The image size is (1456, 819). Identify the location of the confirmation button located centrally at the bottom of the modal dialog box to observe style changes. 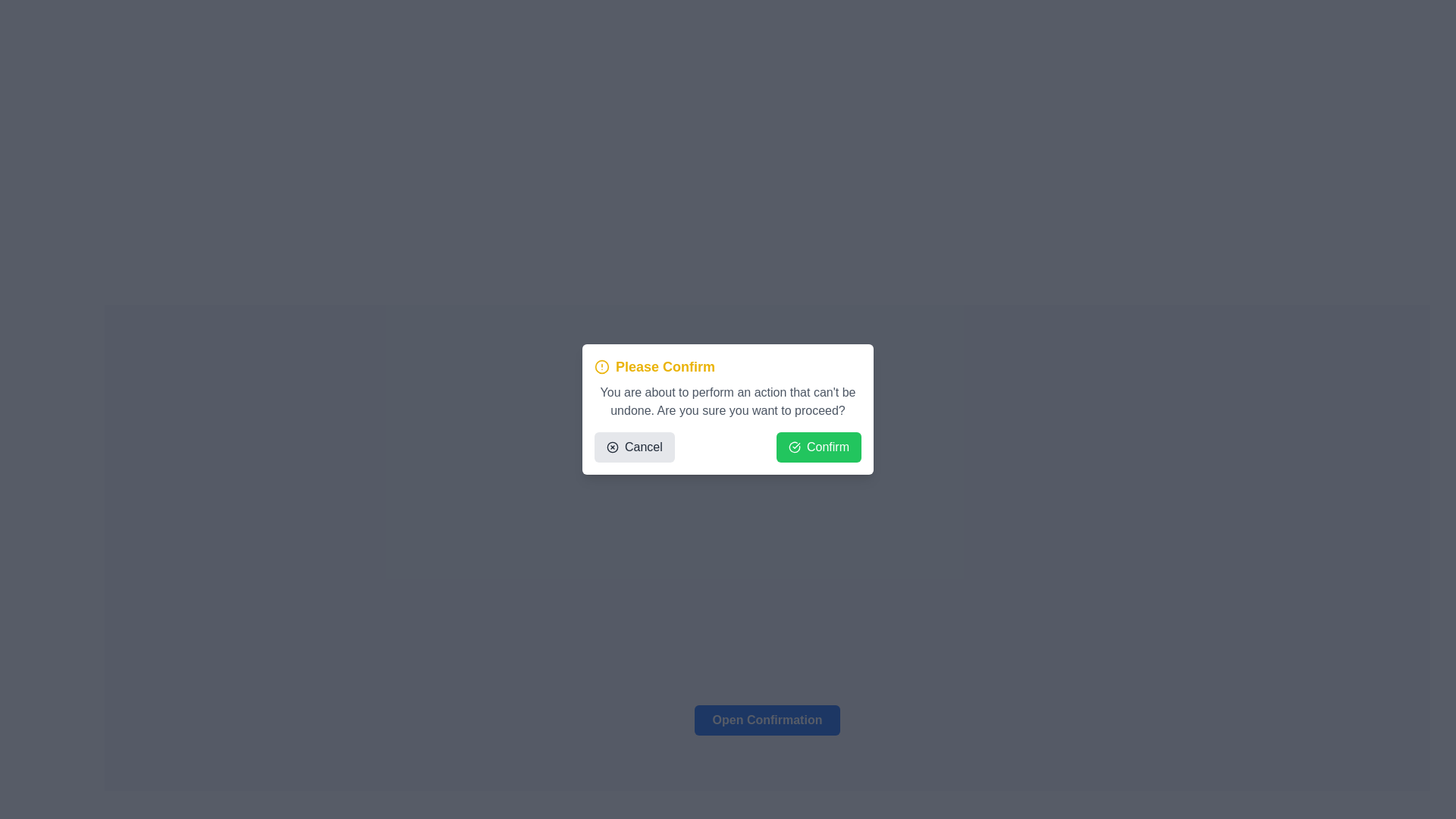
(767, 719).